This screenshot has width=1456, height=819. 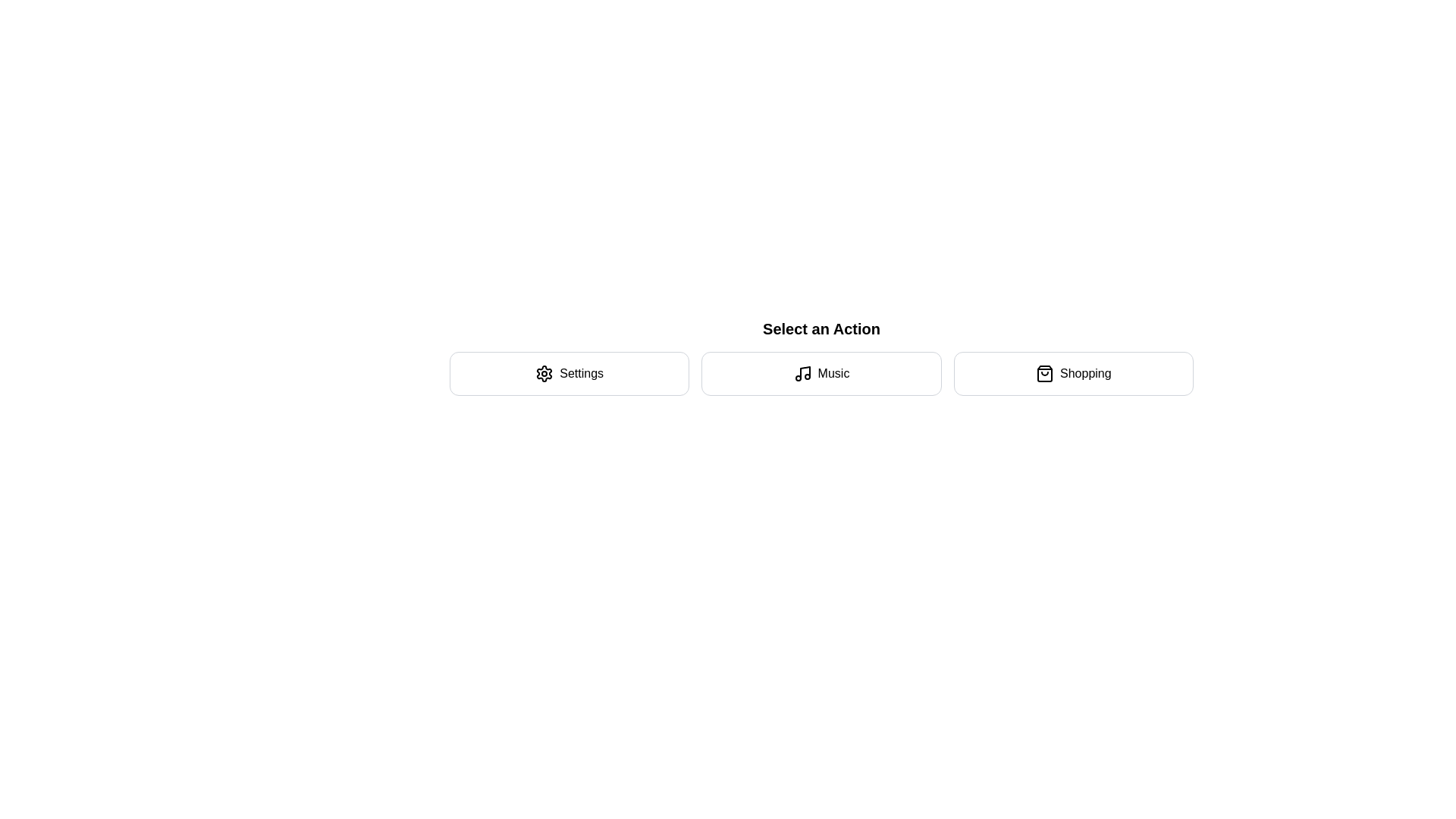 I want to click on the action Music by clicking on the corresponding button, so click(x=821, y=374).